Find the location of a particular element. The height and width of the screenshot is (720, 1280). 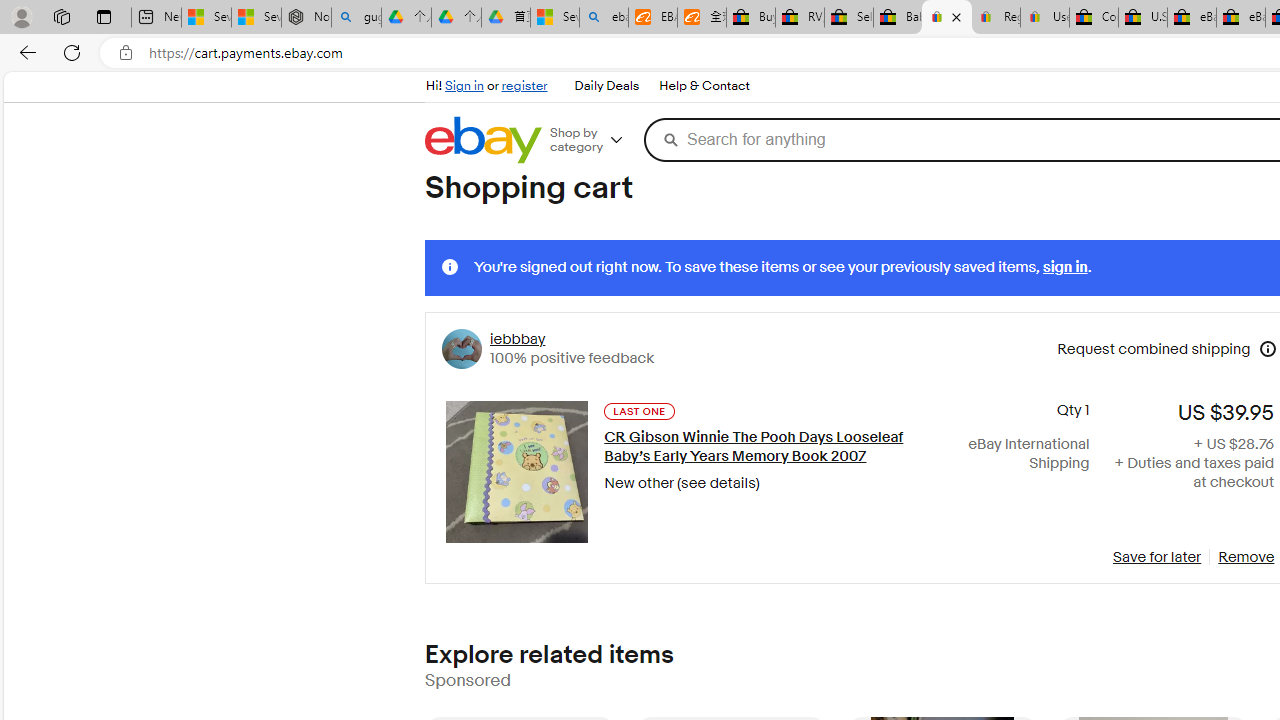

'Buy Auto Parts & Accessories | eBay' is located at coordinates (749, 17).